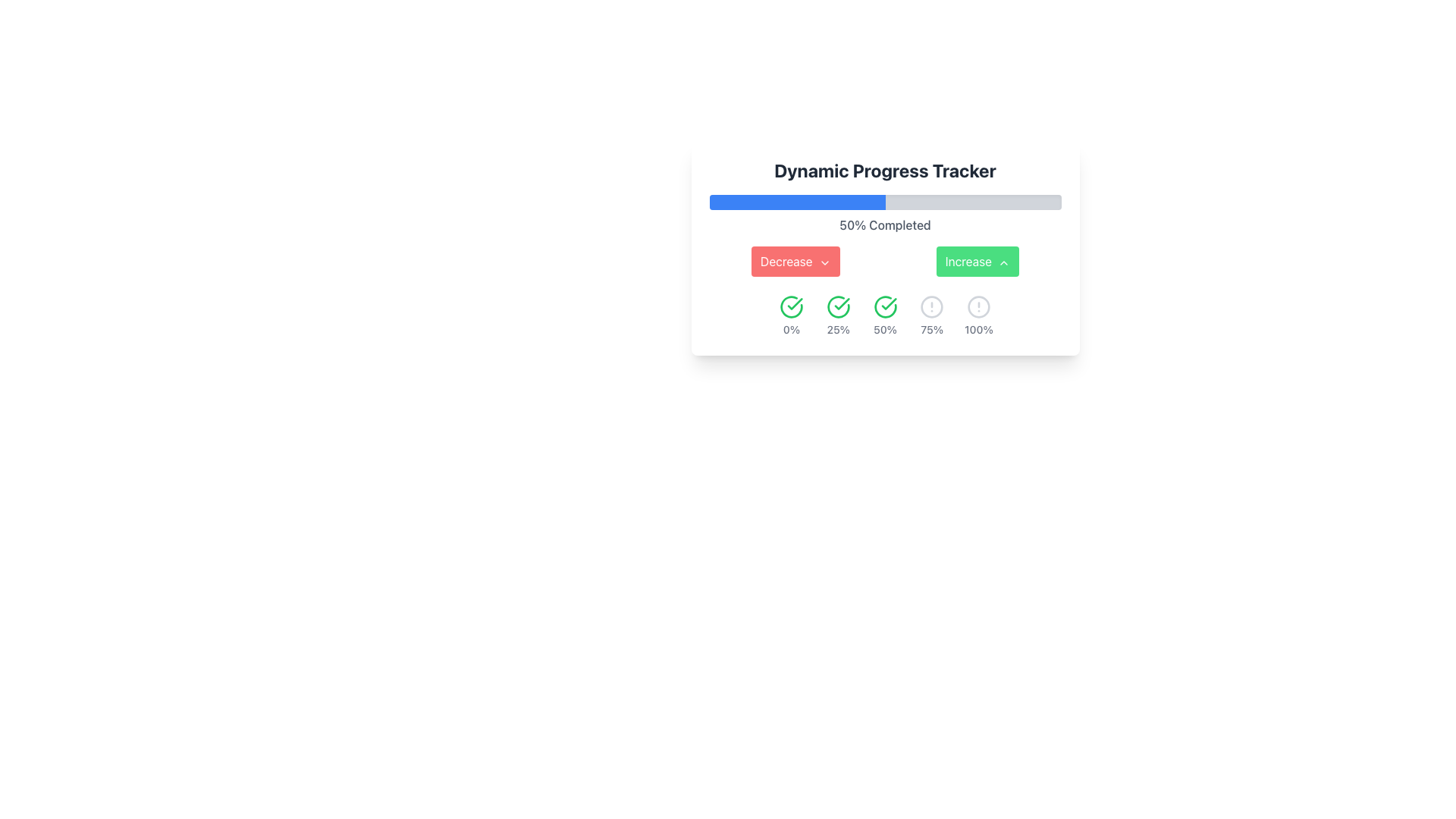 The height and width of the screenshot is (819, 1456). I want to click on the progress status indicator that visually confirms progress at 50%, located in the center of the horizontal sequence below 'Dynamic Progress Tracker', so click(885, 315).